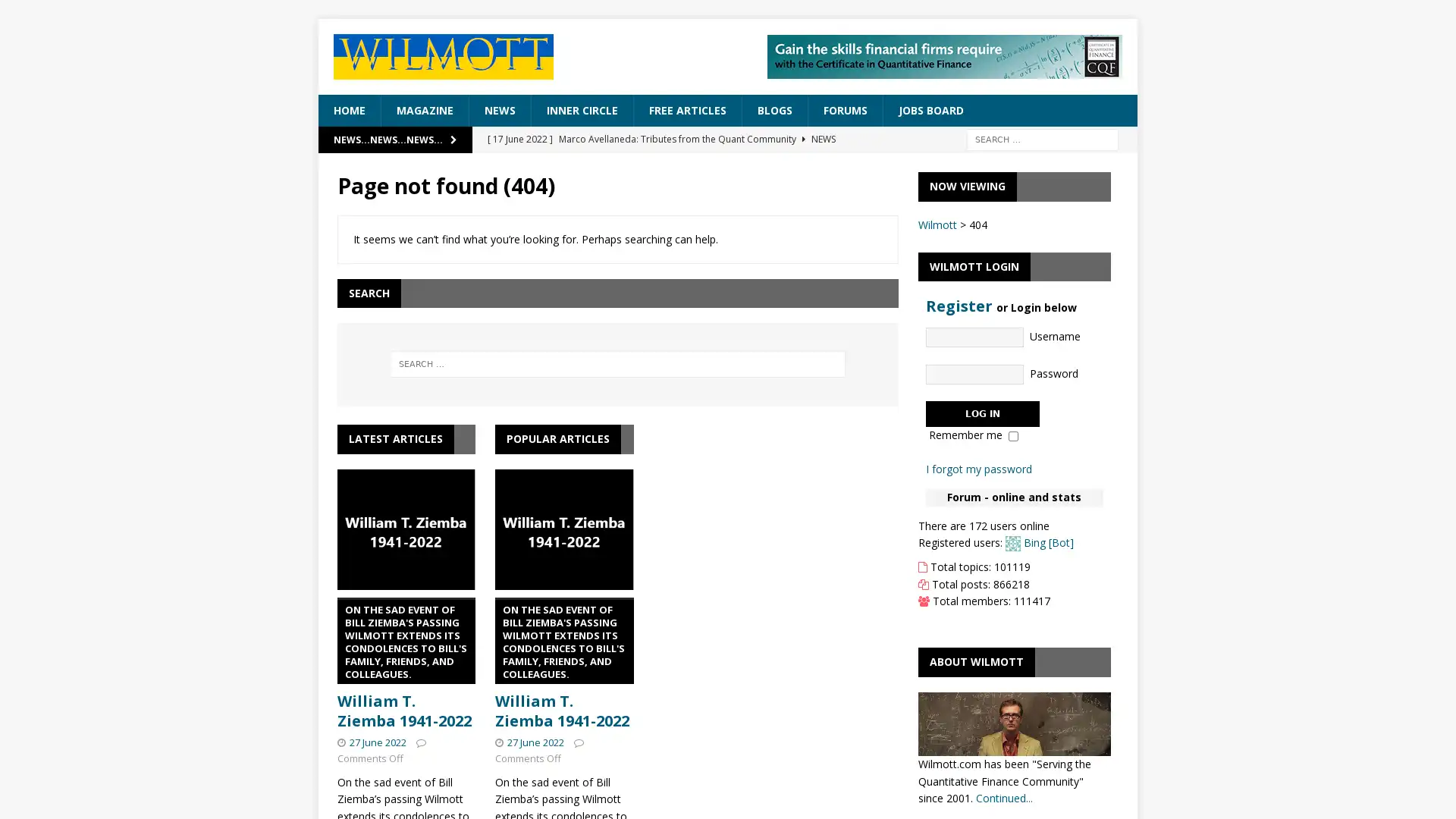  I want to click on Log In, so click(982, 413).